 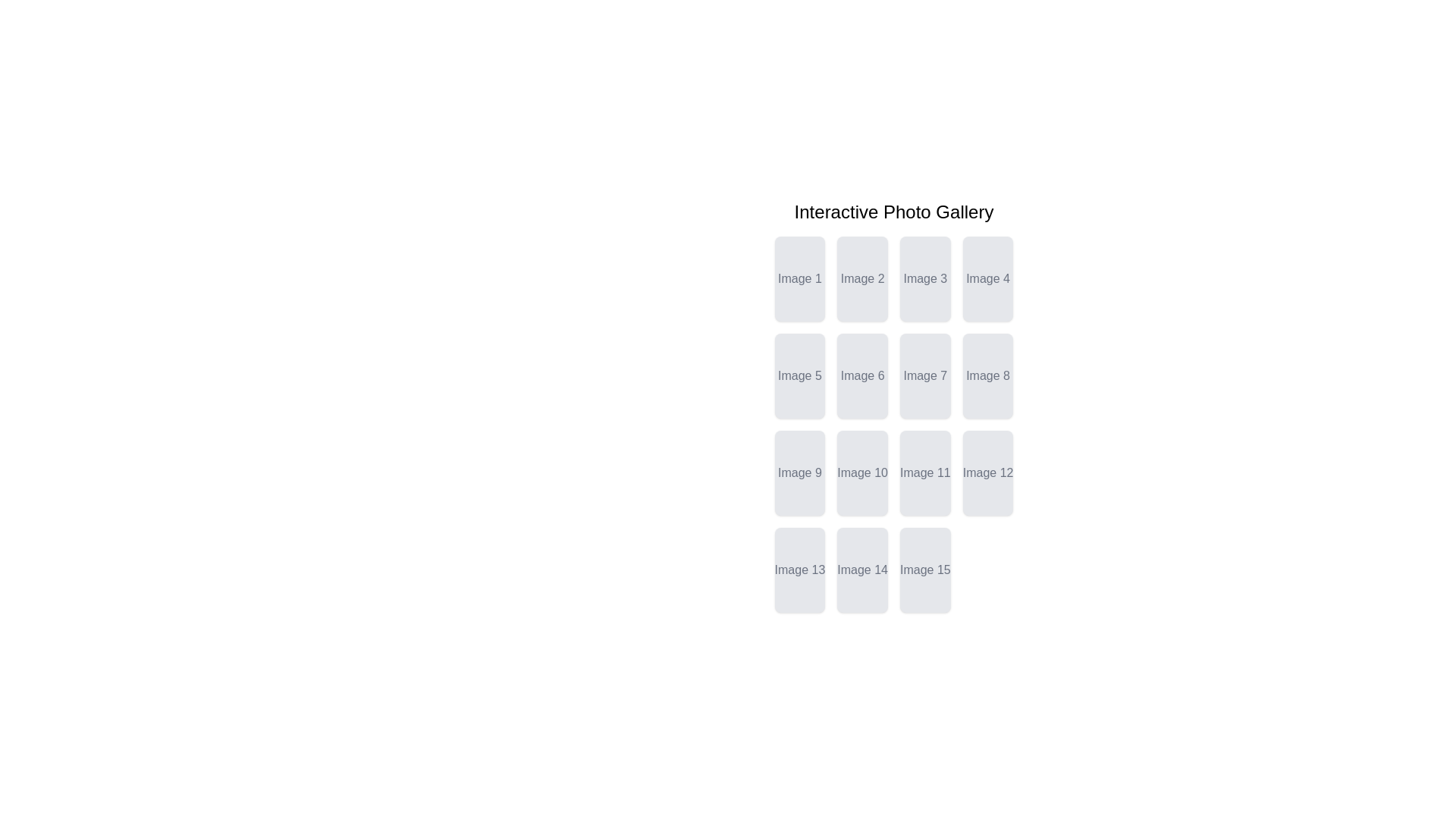 What do you see at coordinates (966, 500) in the screenshot?
I see `the SVG graphical element that serves as a visual cue for messaging functionality related to Image 12 in the photo gallery` at bounding box center [966, 500].